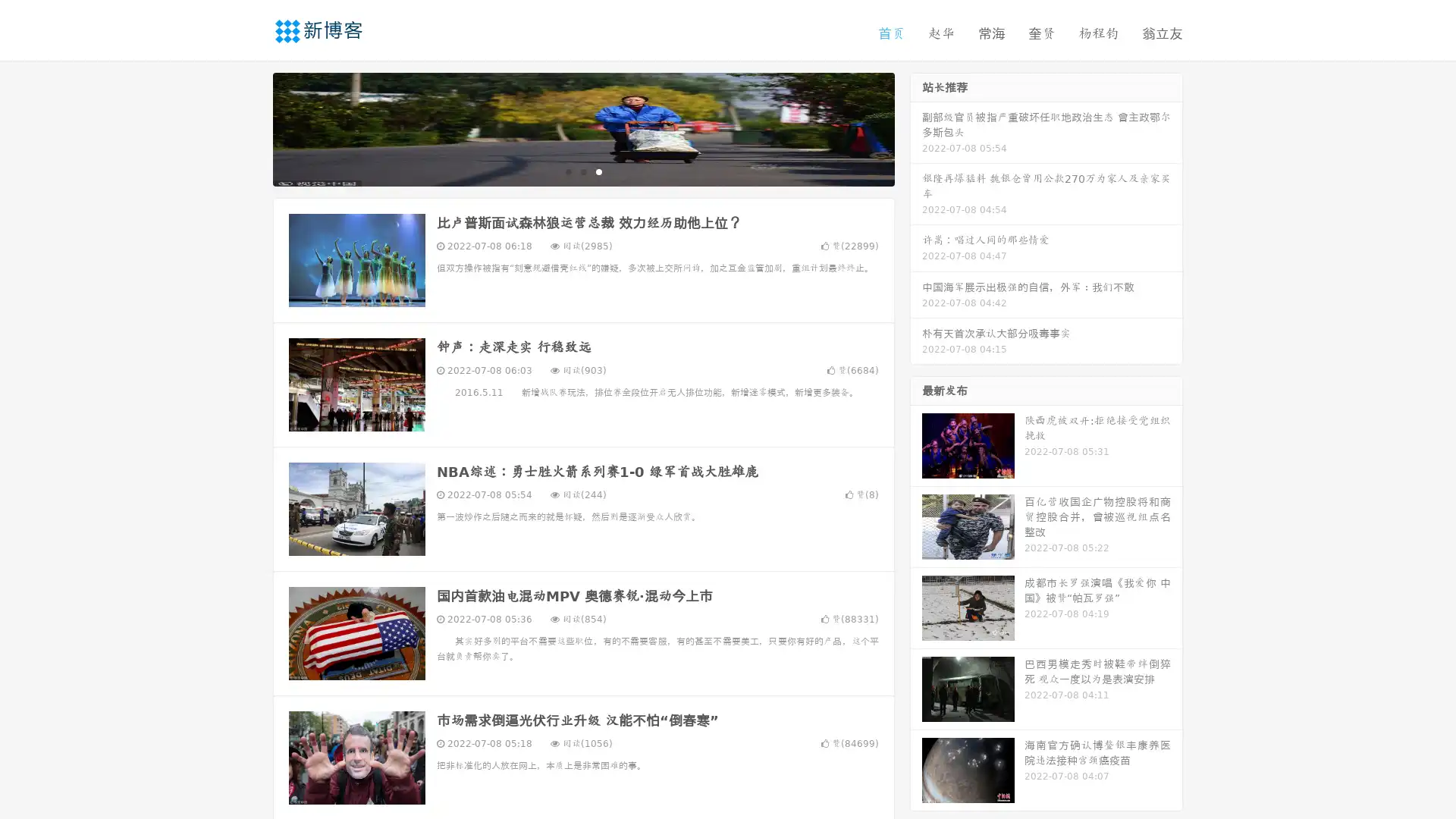  What do you see at coordinates (582, 171) in the screenshot?
I see `Go to slide 2` at bounding box center [582, 171].